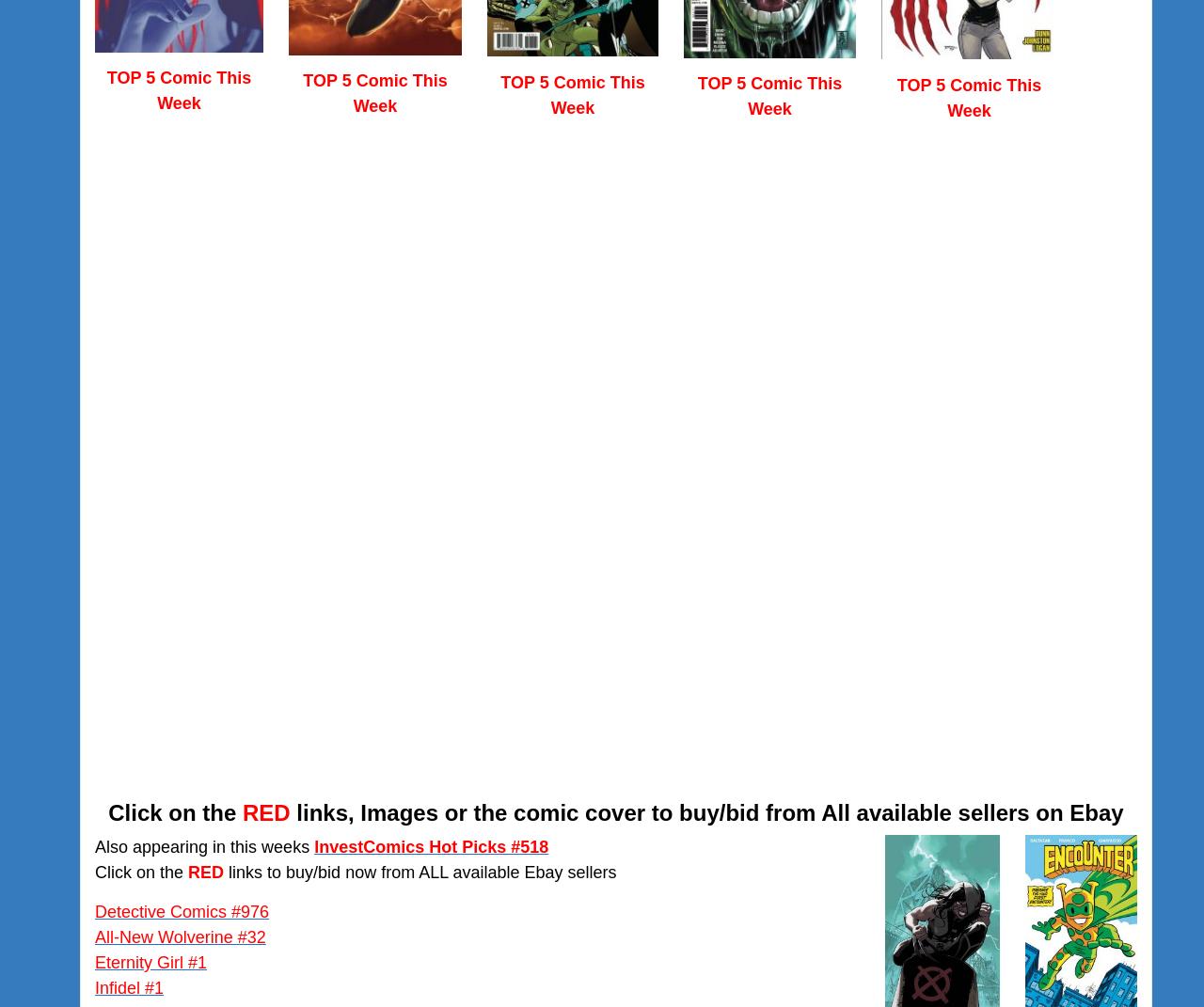  I want to click on 'Eternity Girl #1', so click(150, 962).